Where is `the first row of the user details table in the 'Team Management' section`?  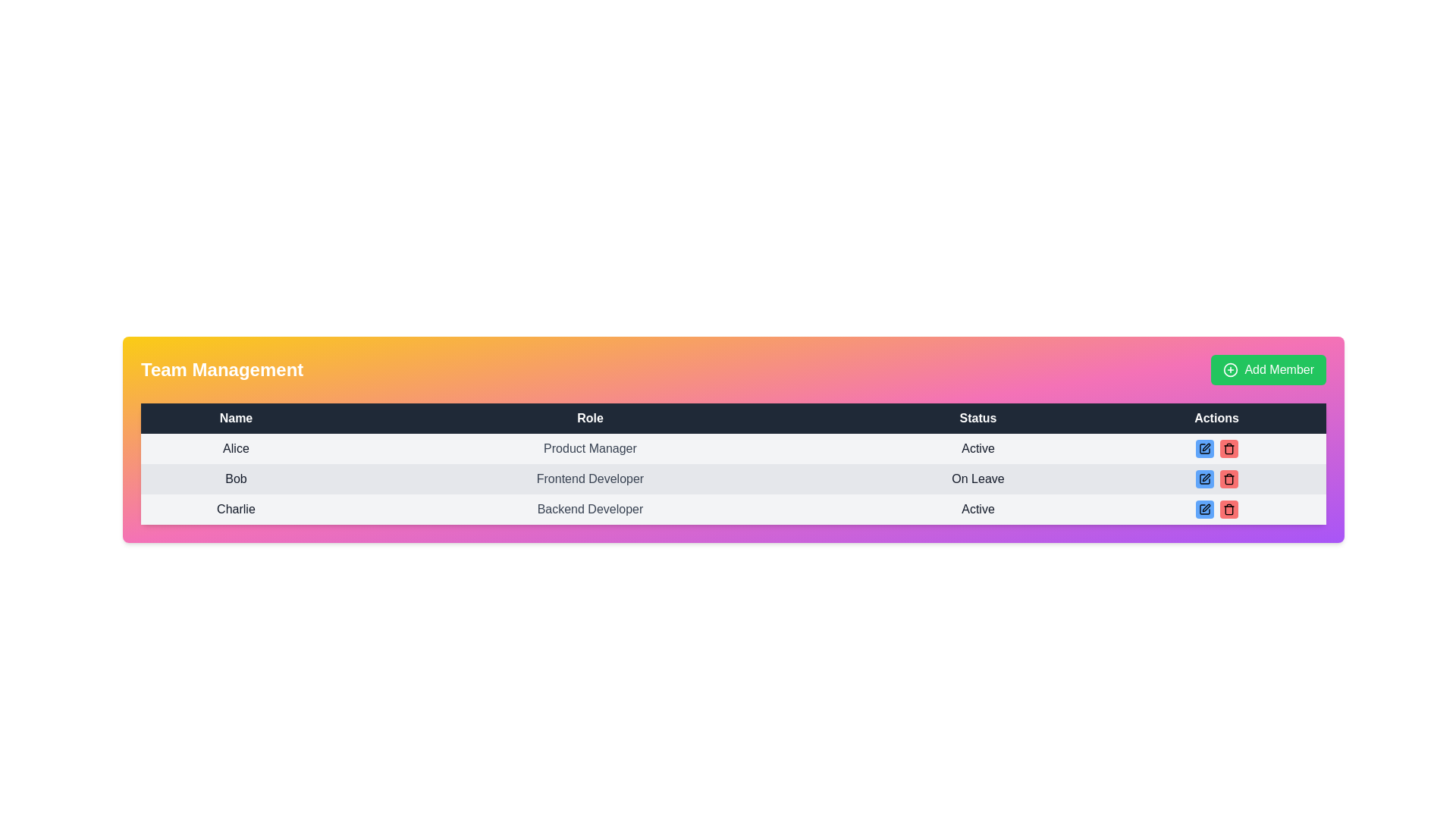 the first row of the user details table in the 'Team Management' section is located at coordinates (733, 447).